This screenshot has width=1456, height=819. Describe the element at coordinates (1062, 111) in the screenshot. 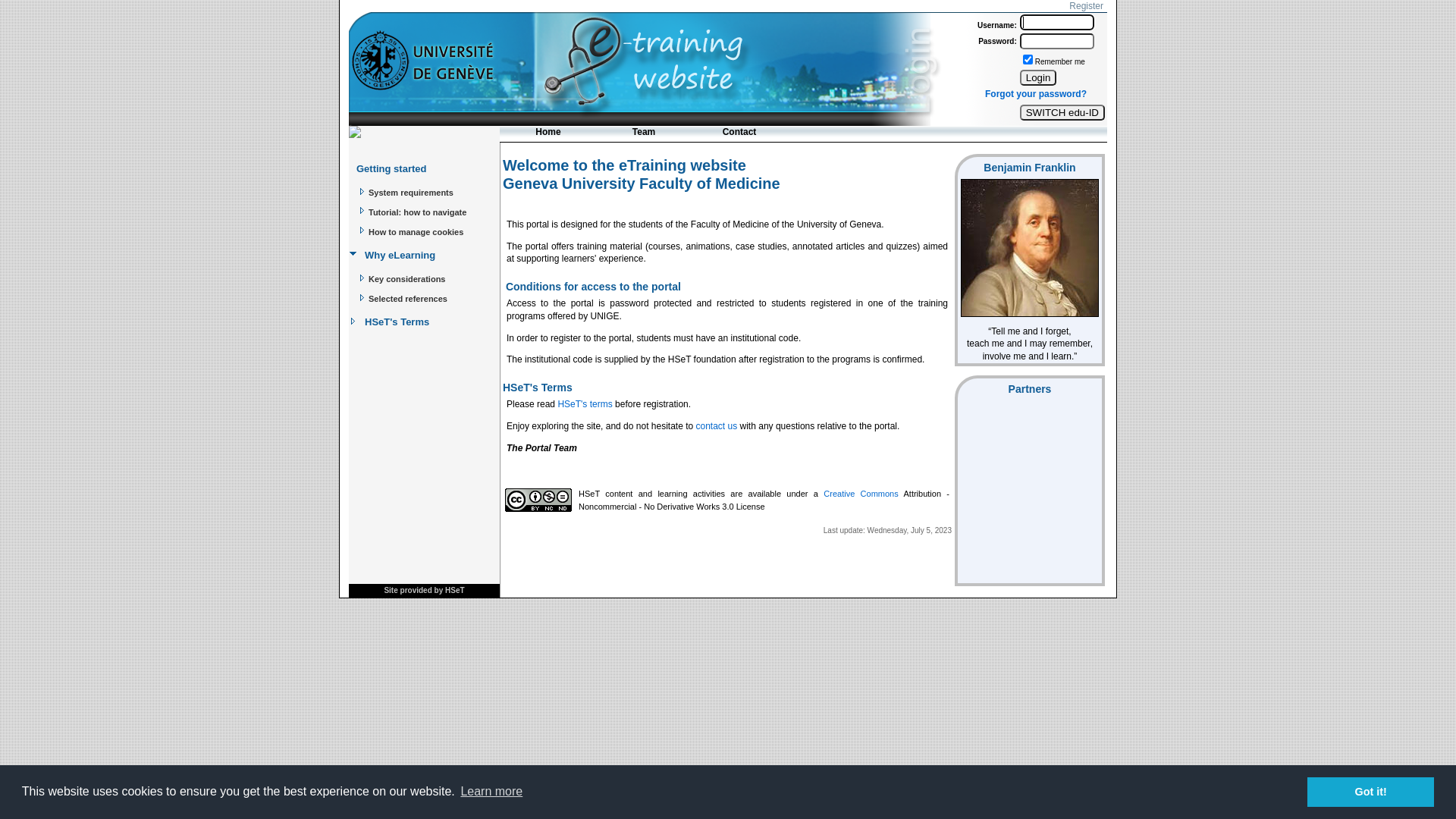

I see `'SWITCH edu-ID'` at that location.